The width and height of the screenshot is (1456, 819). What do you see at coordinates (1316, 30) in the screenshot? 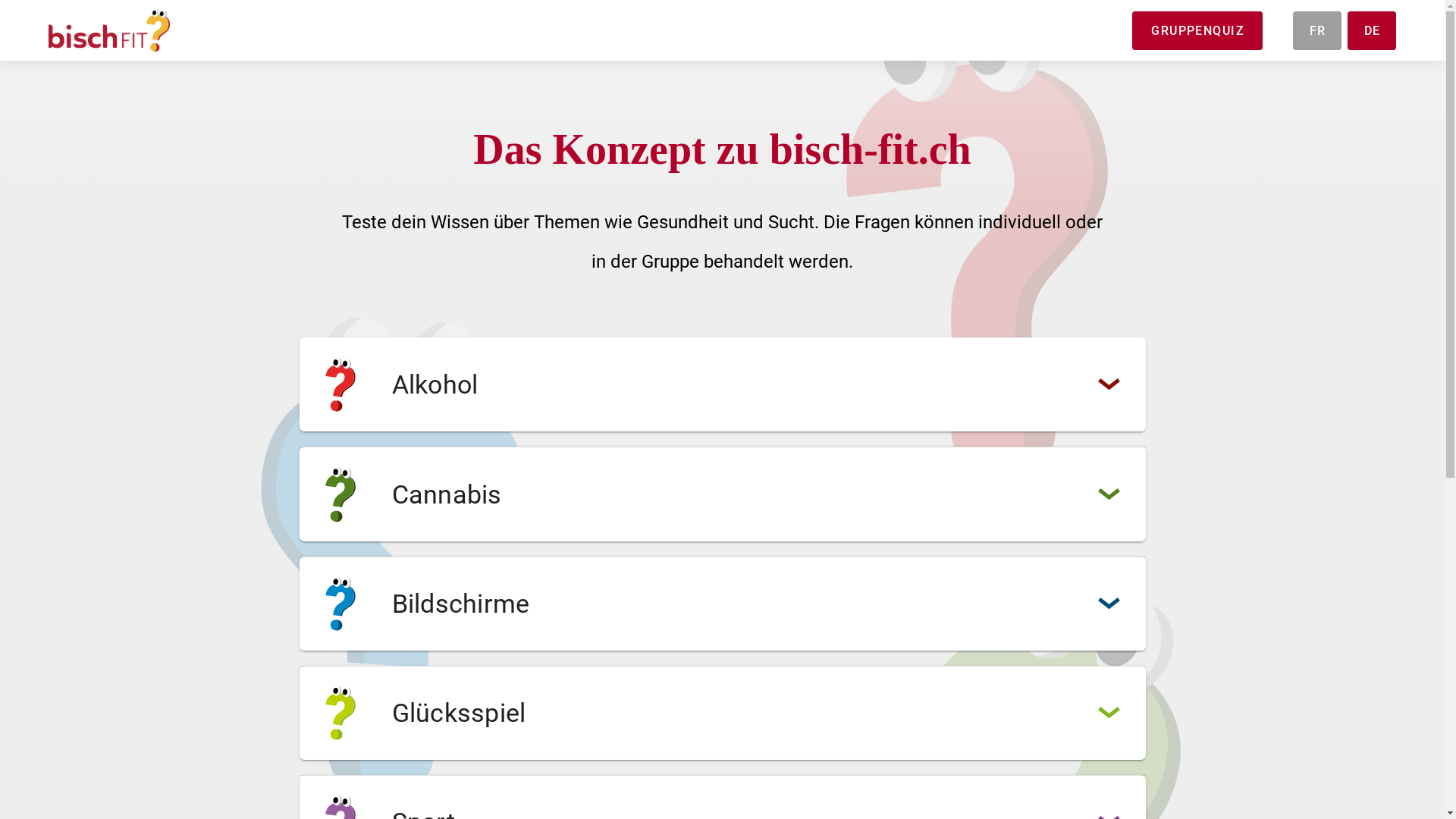
I see `'FR'` at bounding box center [1316, 30].